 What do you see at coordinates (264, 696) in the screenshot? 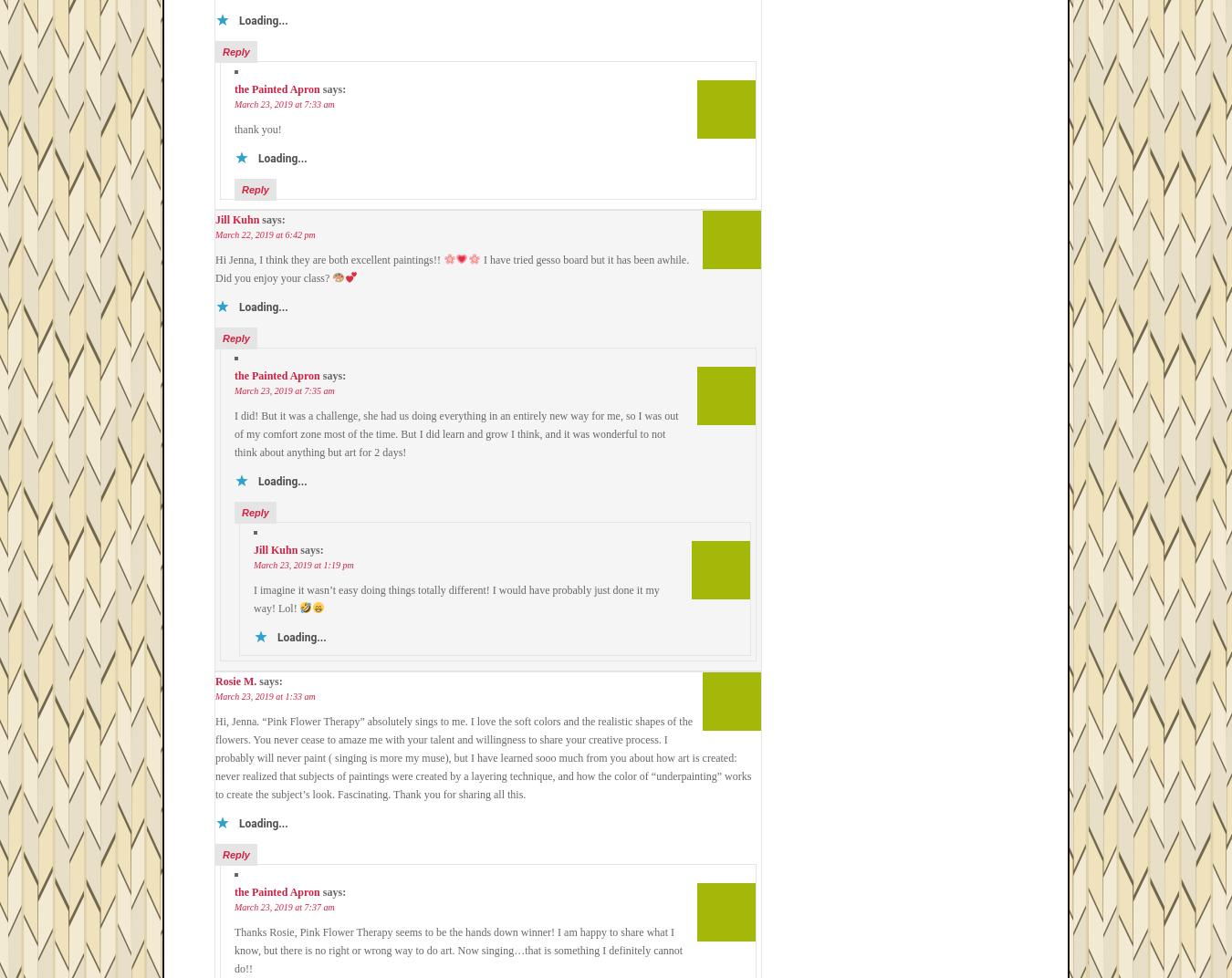
I see `'March 23, 2019 at 1:33 am'` at bounding box center [264, 696].